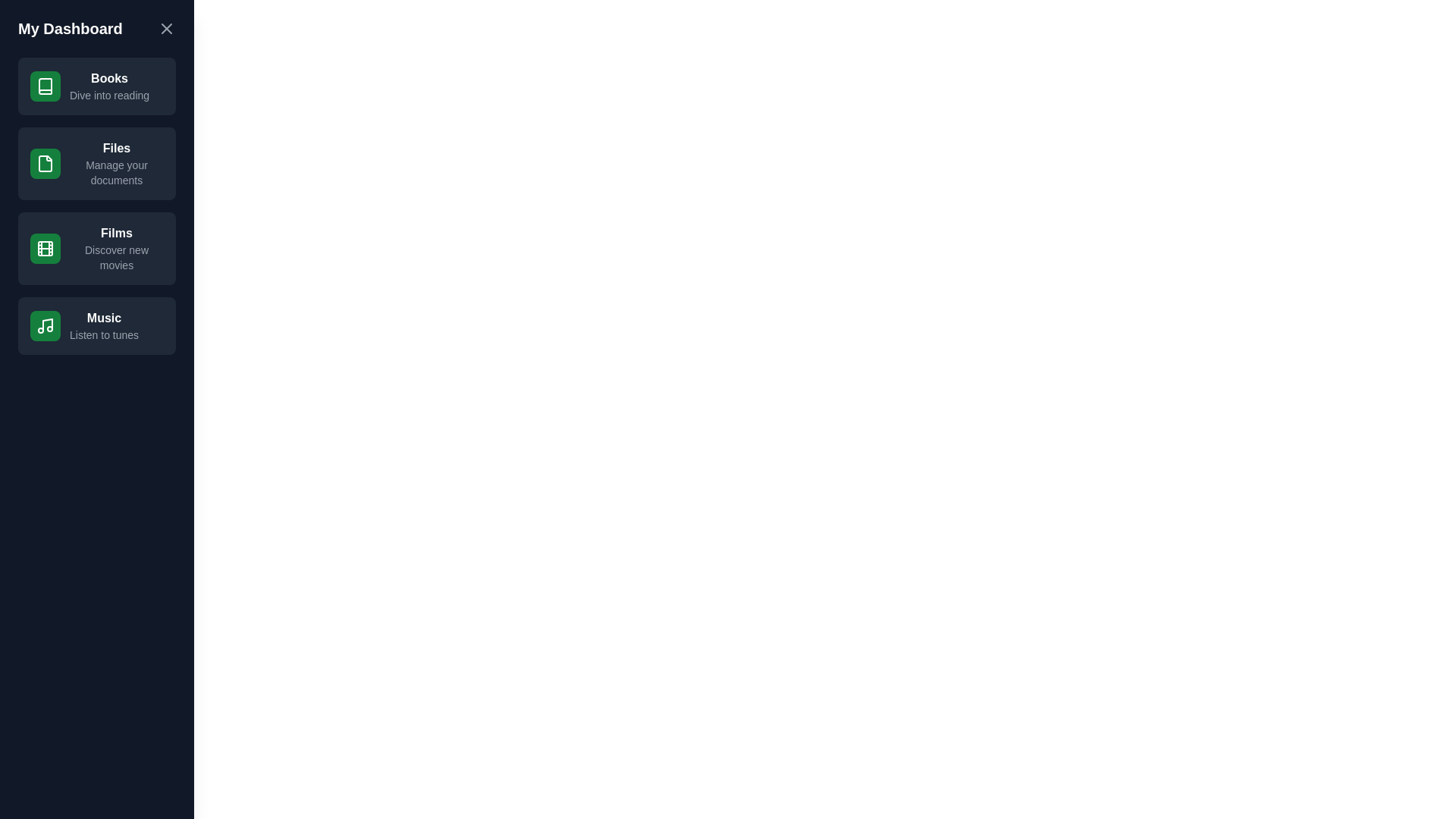 This screenshot has width=1456, height=819. Describe the element at coordinates (96, 164) in the screenshot. I see `the 'Files' item in the dashboard drawer to navigate to the 'Files' section` at that location.